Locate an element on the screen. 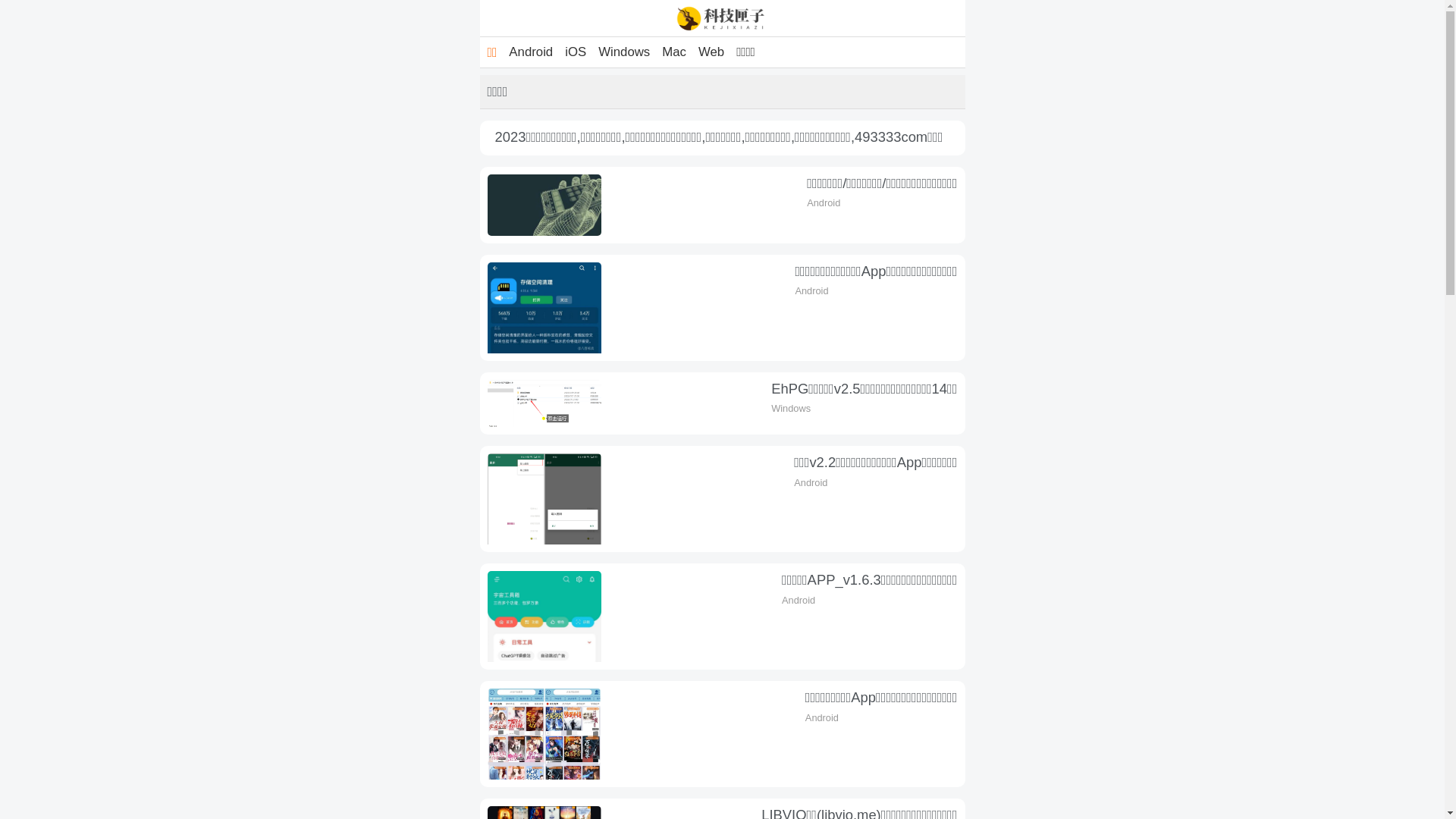  'iOS' is located at coordinates (574, 52).